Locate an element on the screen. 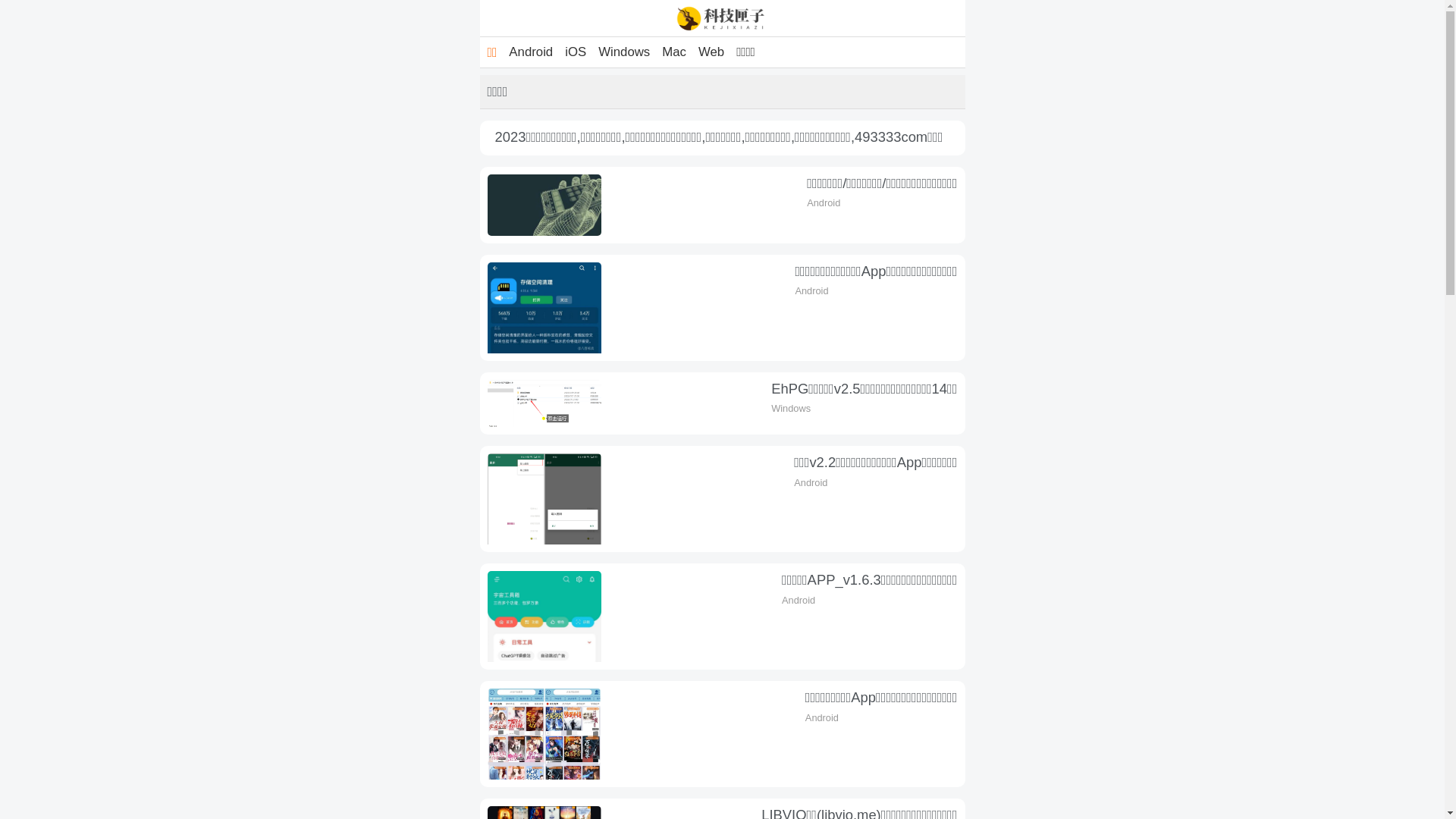  'iOS' is located at coordinates (574, 52).